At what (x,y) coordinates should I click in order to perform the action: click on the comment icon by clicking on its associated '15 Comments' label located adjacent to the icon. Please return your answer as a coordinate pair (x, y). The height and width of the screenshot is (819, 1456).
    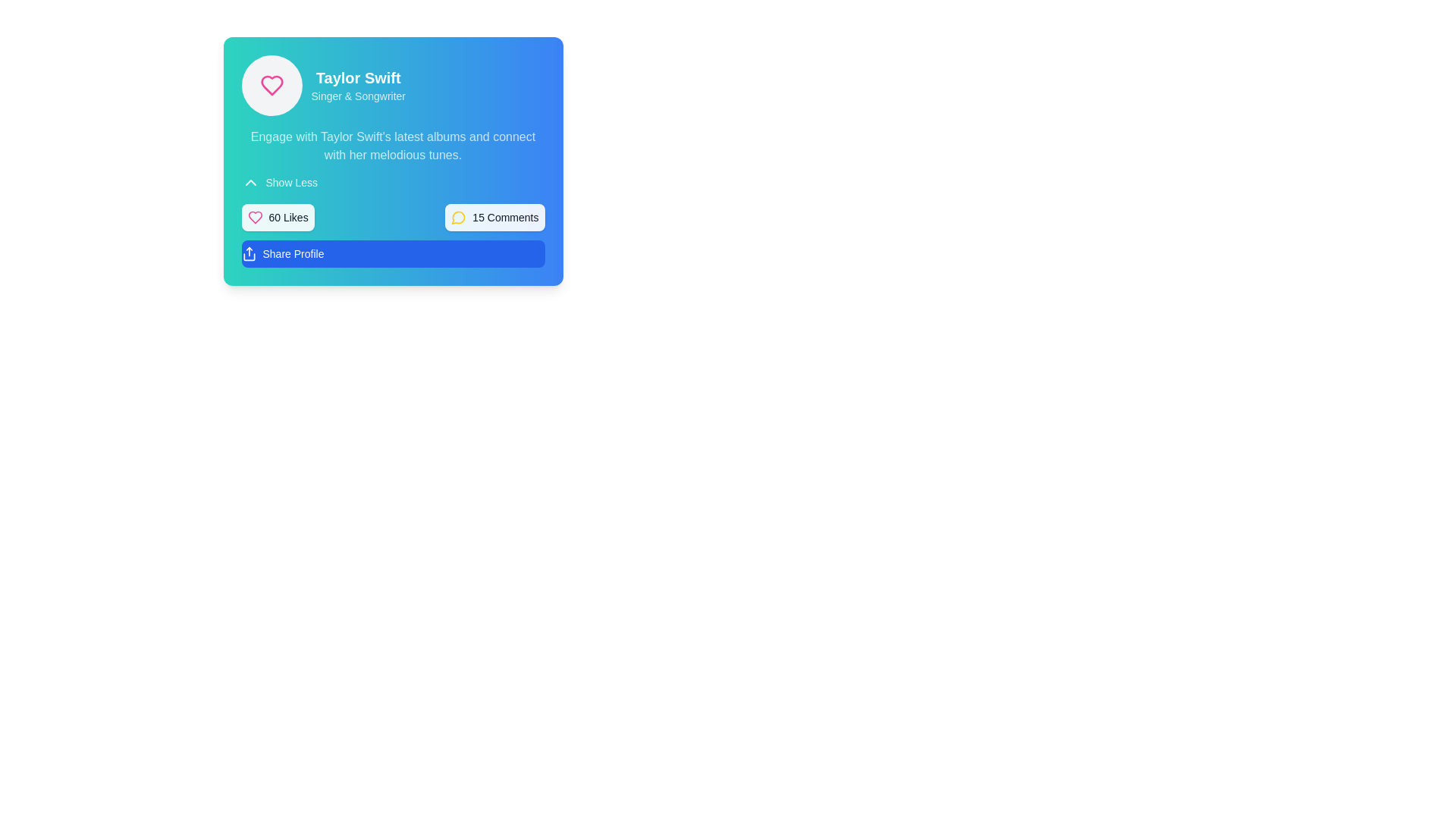
    Looking at the image, I should click on (457, 218).